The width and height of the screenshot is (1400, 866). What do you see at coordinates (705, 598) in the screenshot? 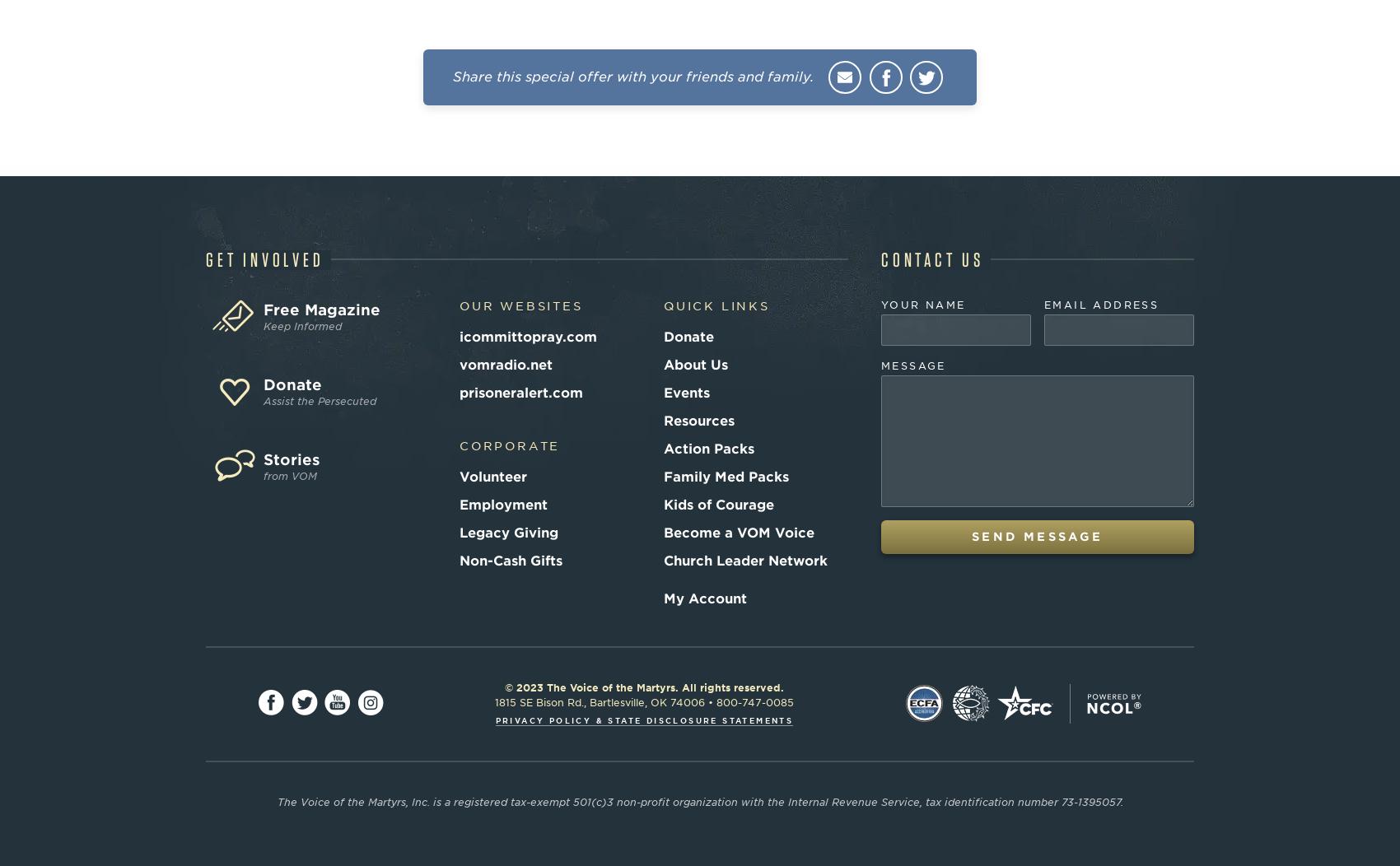
I see `'My Account'` at bounding box center [705, 598].